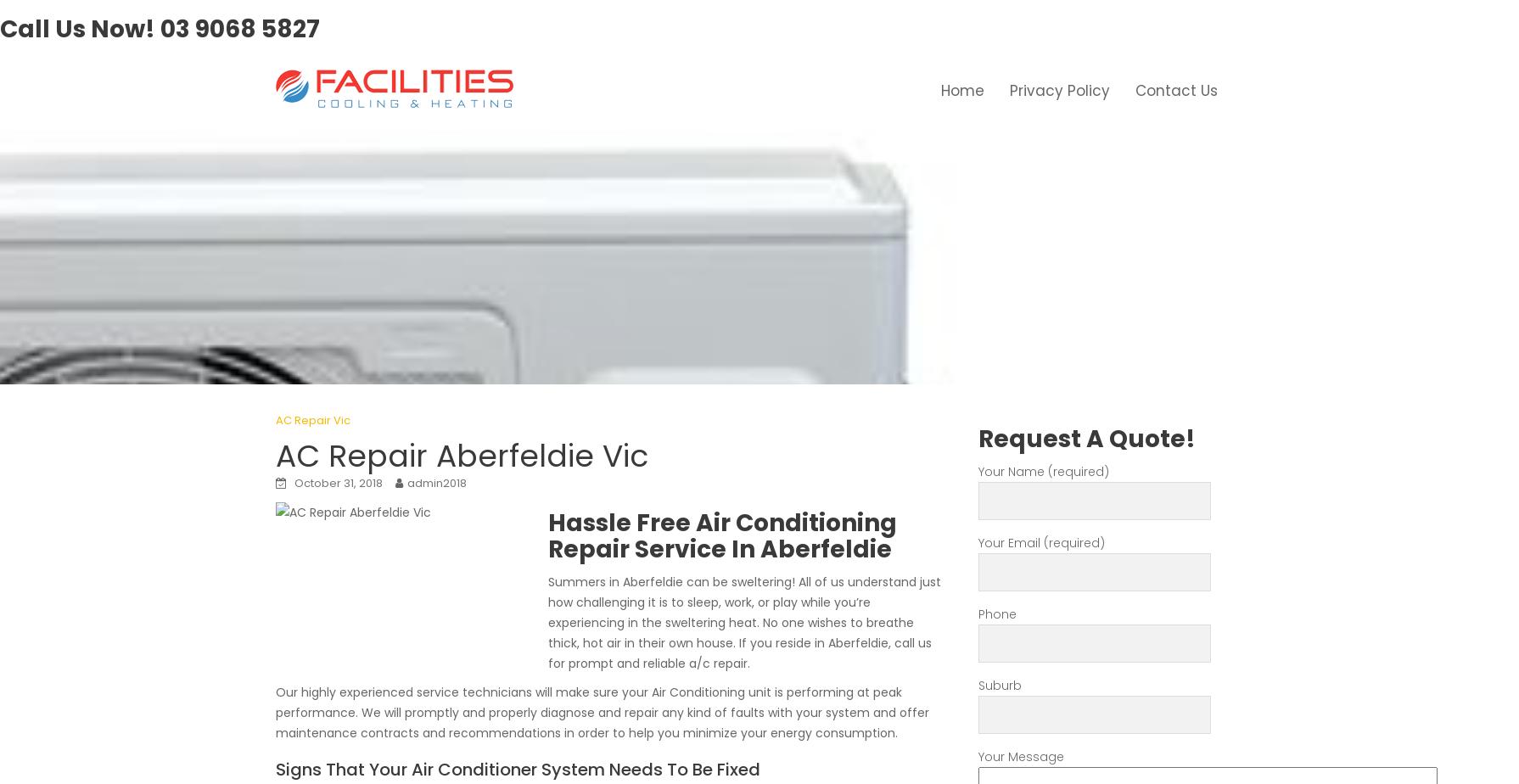  Describe the element at coordinates (547, 536) in the screenshot. I see `'Hassle Free Air Conditioning Repair Service In Aberfeldie'` at that location.